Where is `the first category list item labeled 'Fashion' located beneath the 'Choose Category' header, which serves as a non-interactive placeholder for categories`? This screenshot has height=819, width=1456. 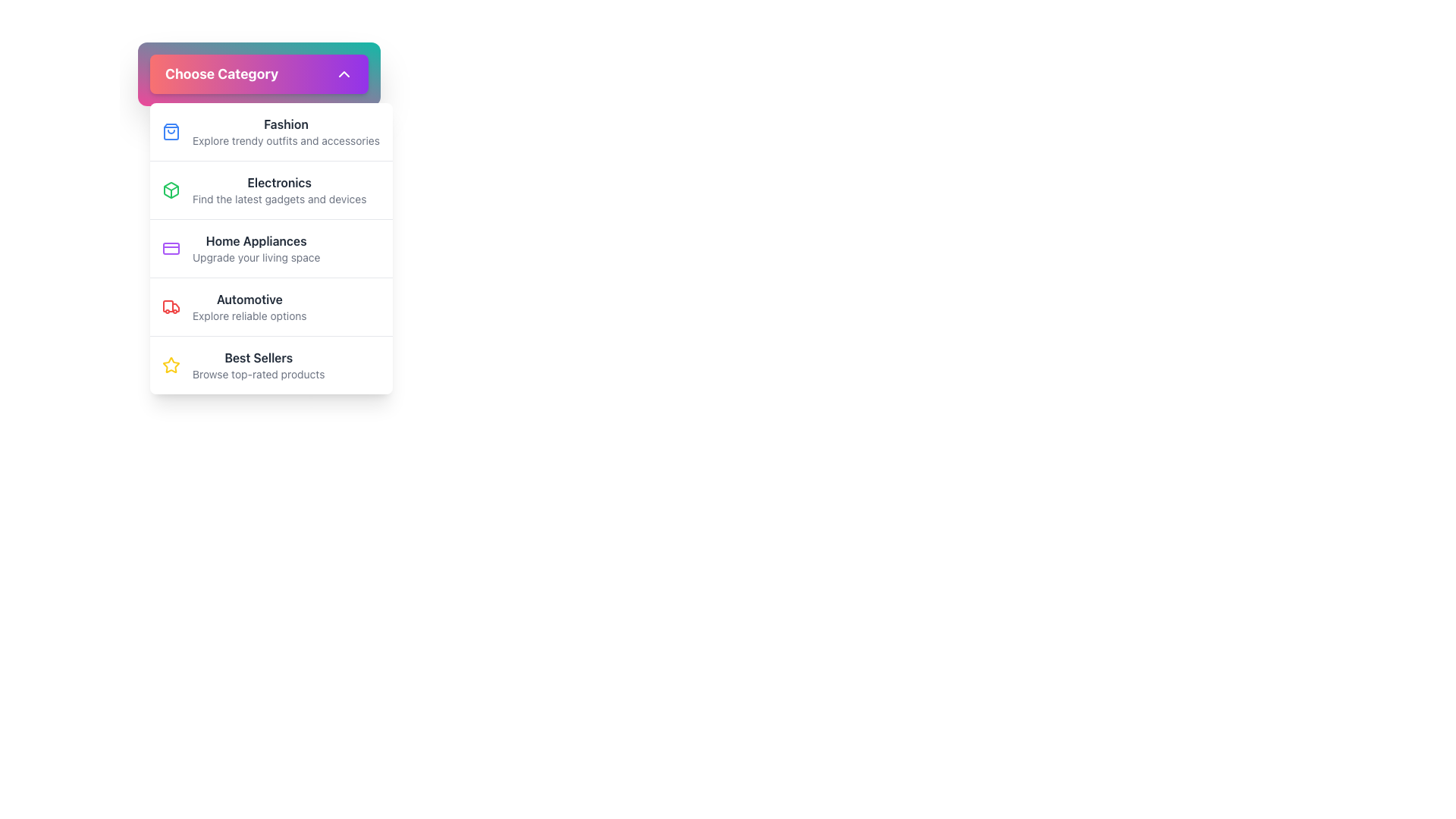
the first category list item labeled 'Fashion' located beneath the 'Choose Category' header, which serves as a non-interactive placeholder for categories is located at coordinates (271, 130).